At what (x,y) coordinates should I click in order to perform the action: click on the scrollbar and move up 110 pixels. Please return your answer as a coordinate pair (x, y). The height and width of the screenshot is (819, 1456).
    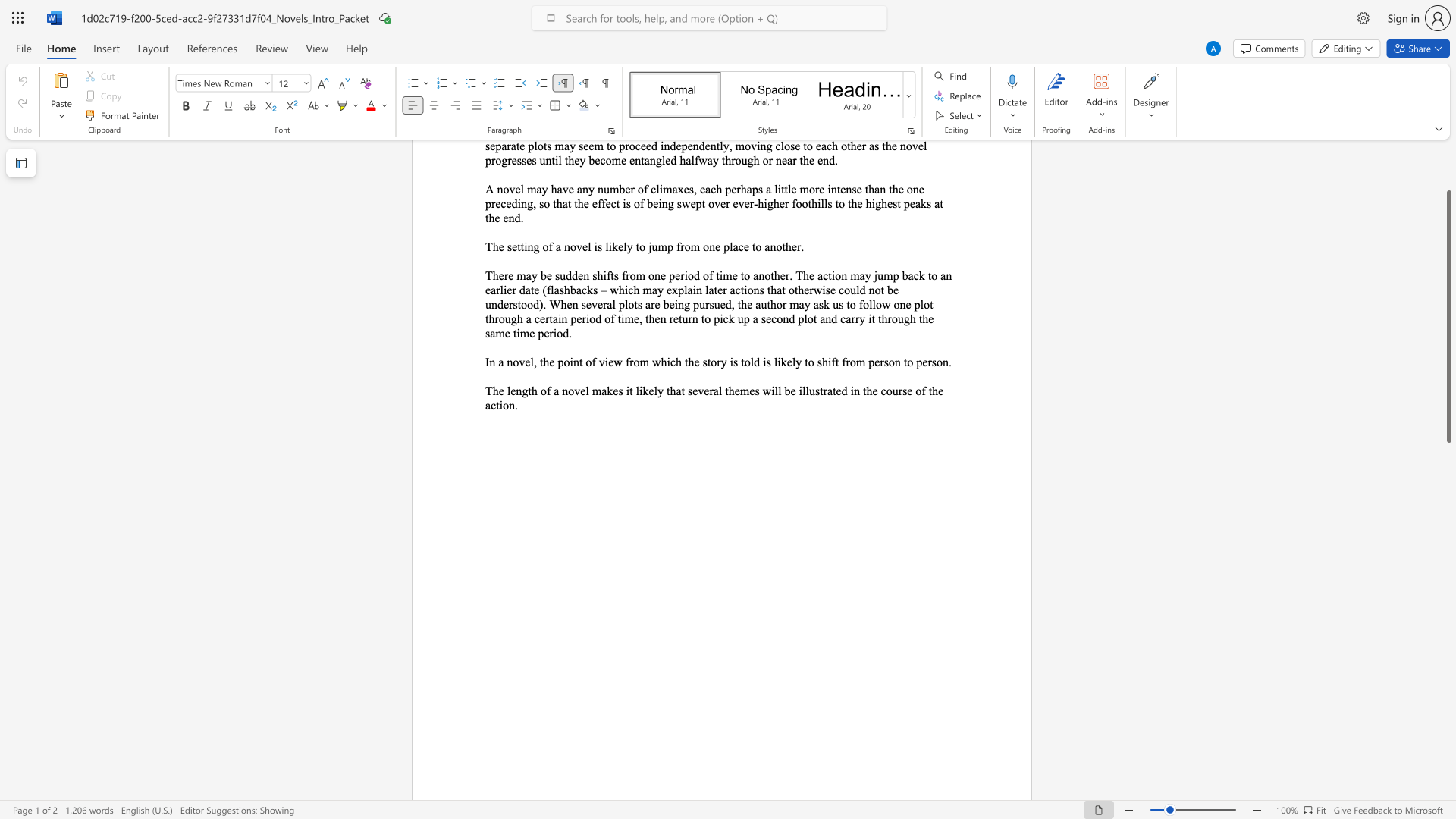
    Looking at the image, I should click on (1448, 315).